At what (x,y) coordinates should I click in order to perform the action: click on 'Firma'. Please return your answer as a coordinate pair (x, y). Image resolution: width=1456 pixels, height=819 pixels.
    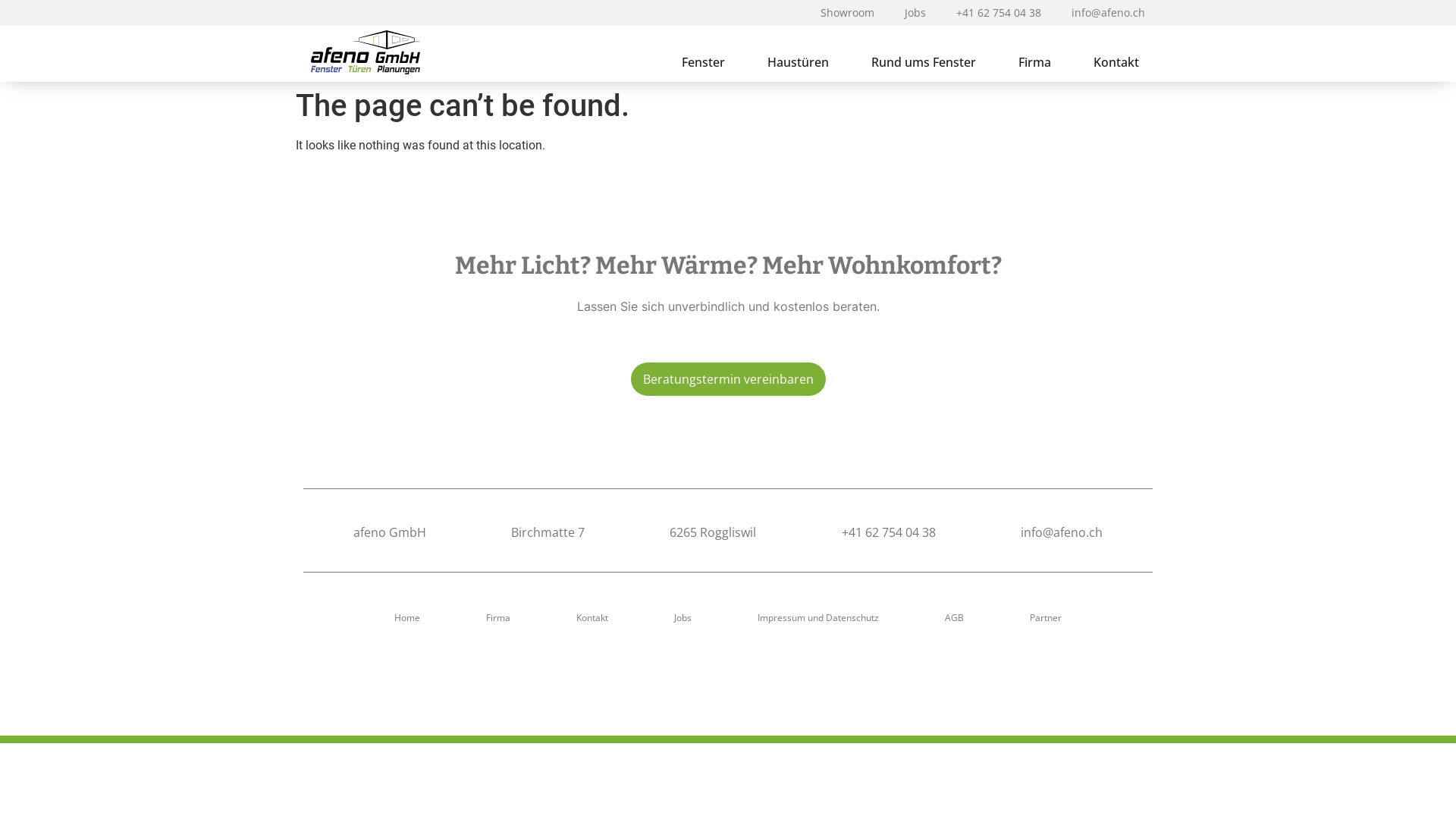
    Looking at the image, I should click on (473, 617).